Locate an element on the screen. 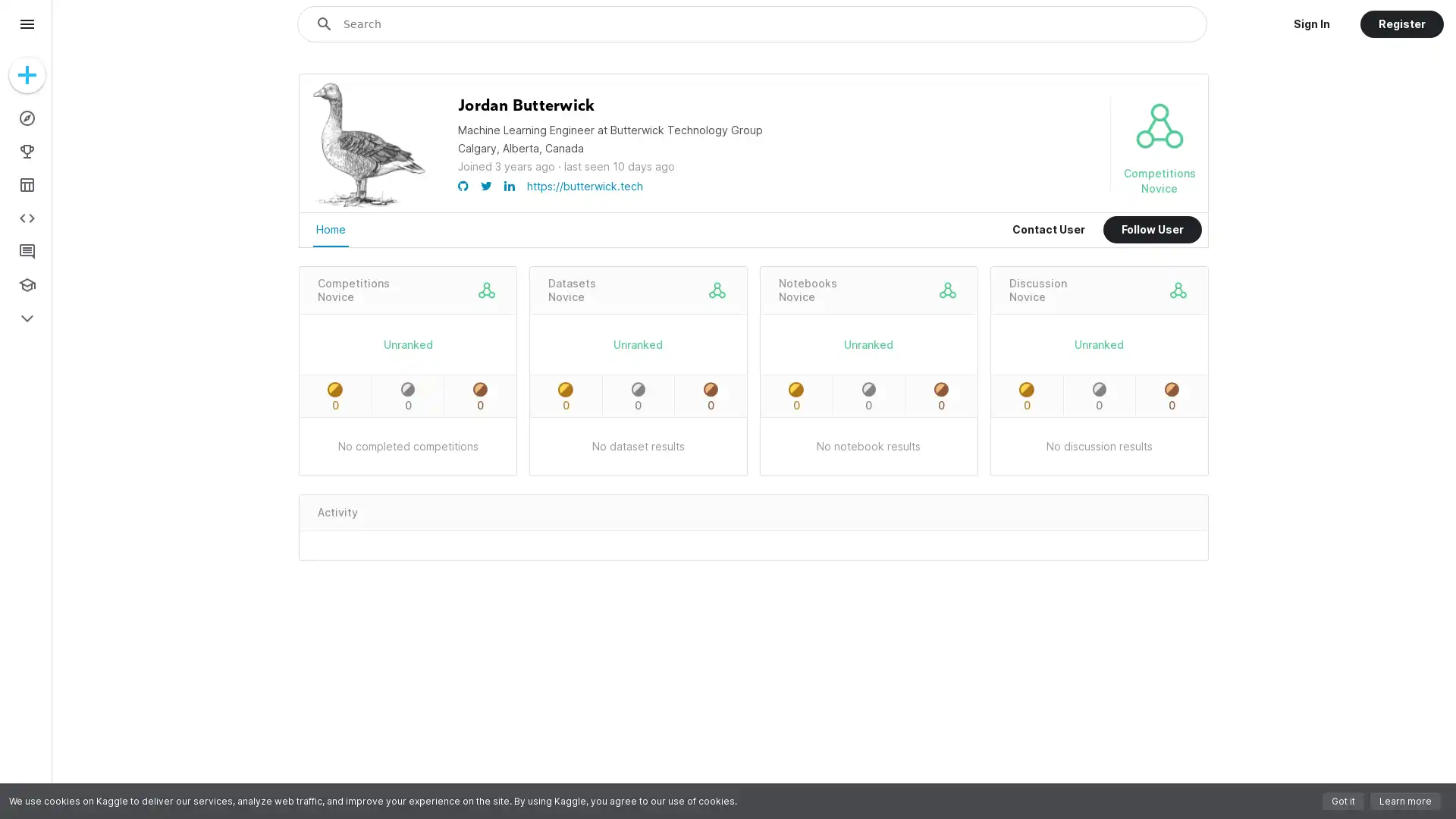  menu is located at coordinates (27, 24).